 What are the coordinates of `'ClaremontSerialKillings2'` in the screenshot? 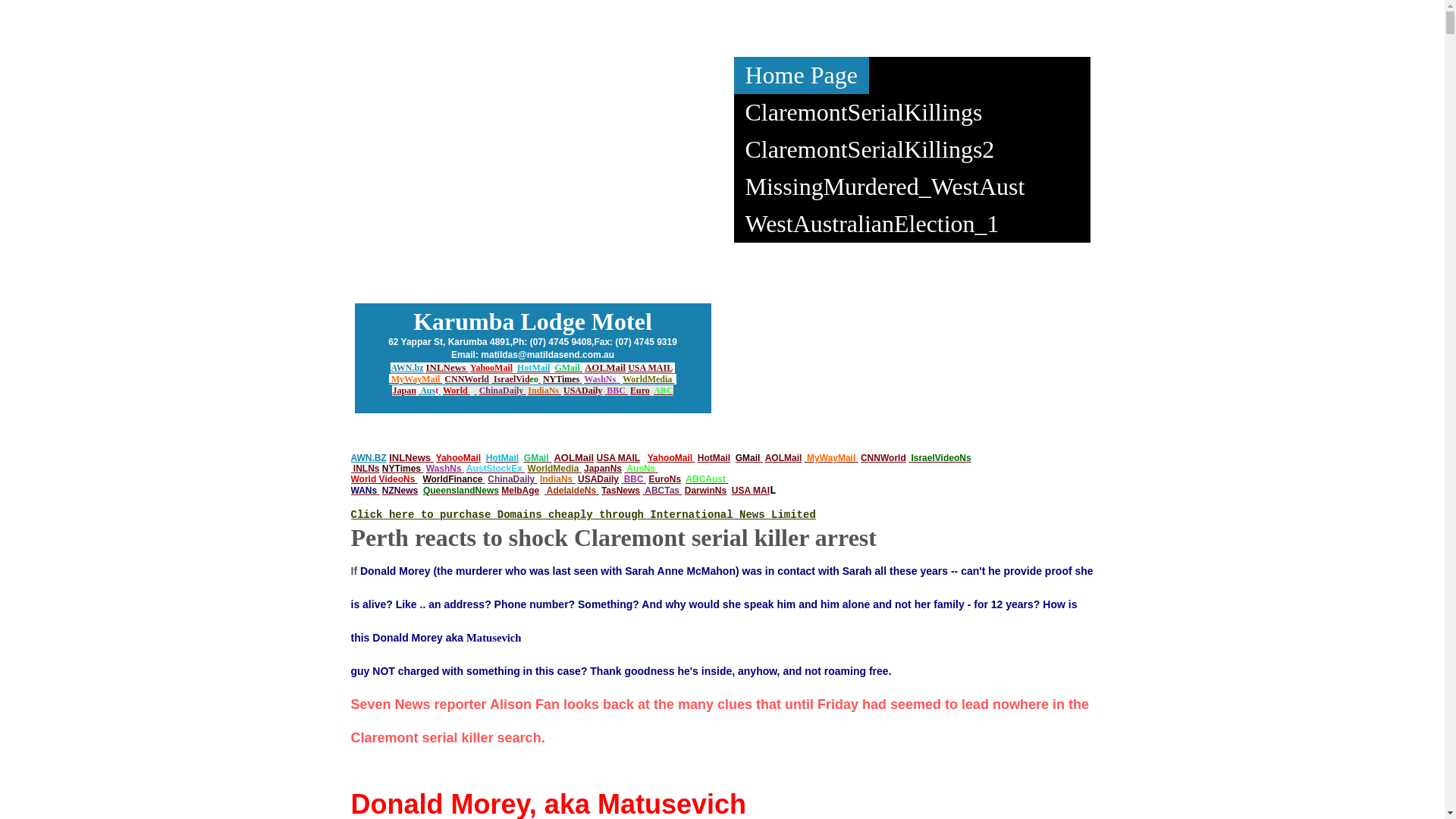 It's located at (870, 149).